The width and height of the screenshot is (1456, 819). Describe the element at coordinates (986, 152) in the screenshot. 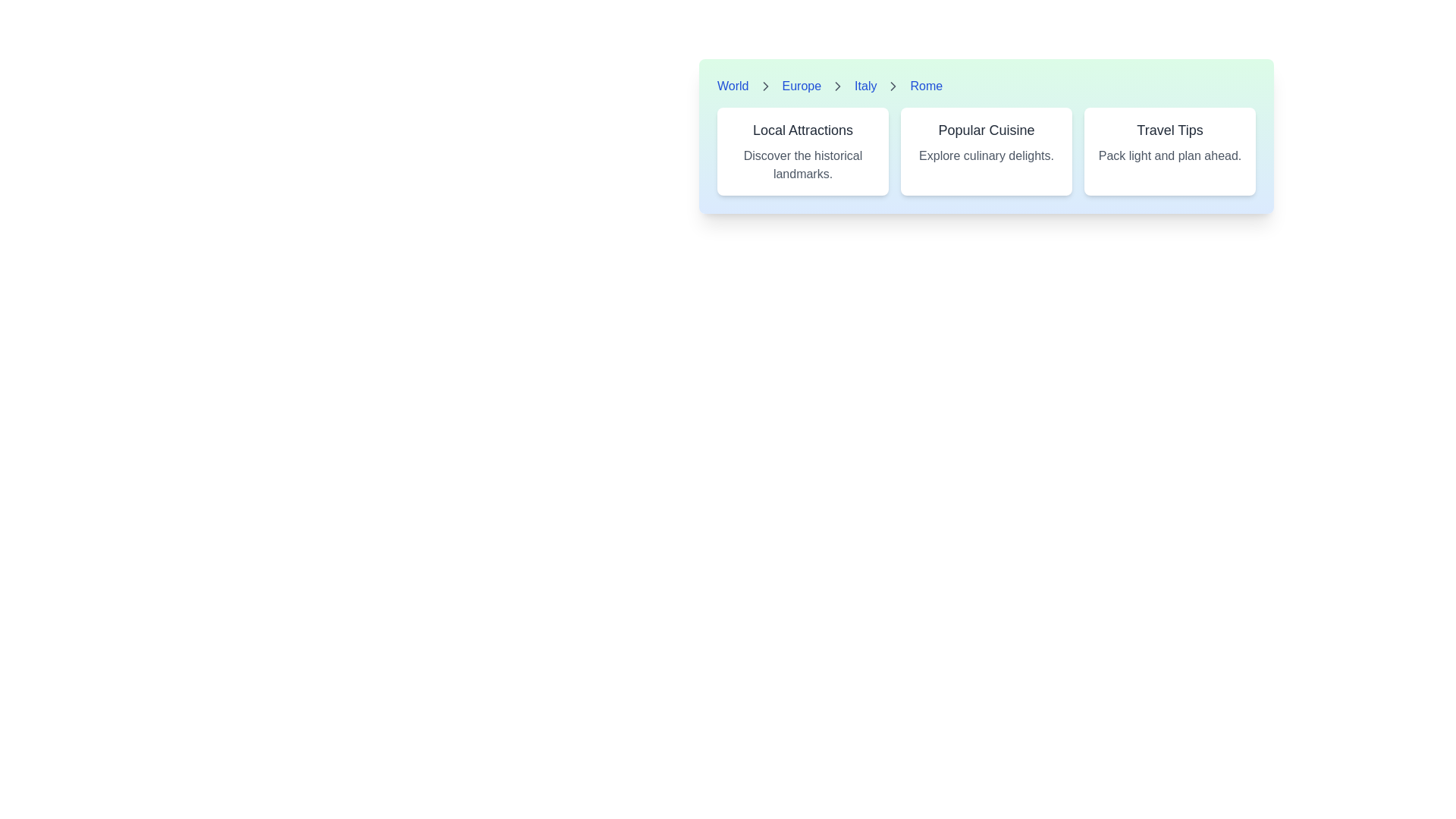

I see `the text on the Informational Card, which provides details about popular cuisine, located centrally between the 'Local Attractions' and 'Travel Tips' cards in the three-column grid layout` at that location.